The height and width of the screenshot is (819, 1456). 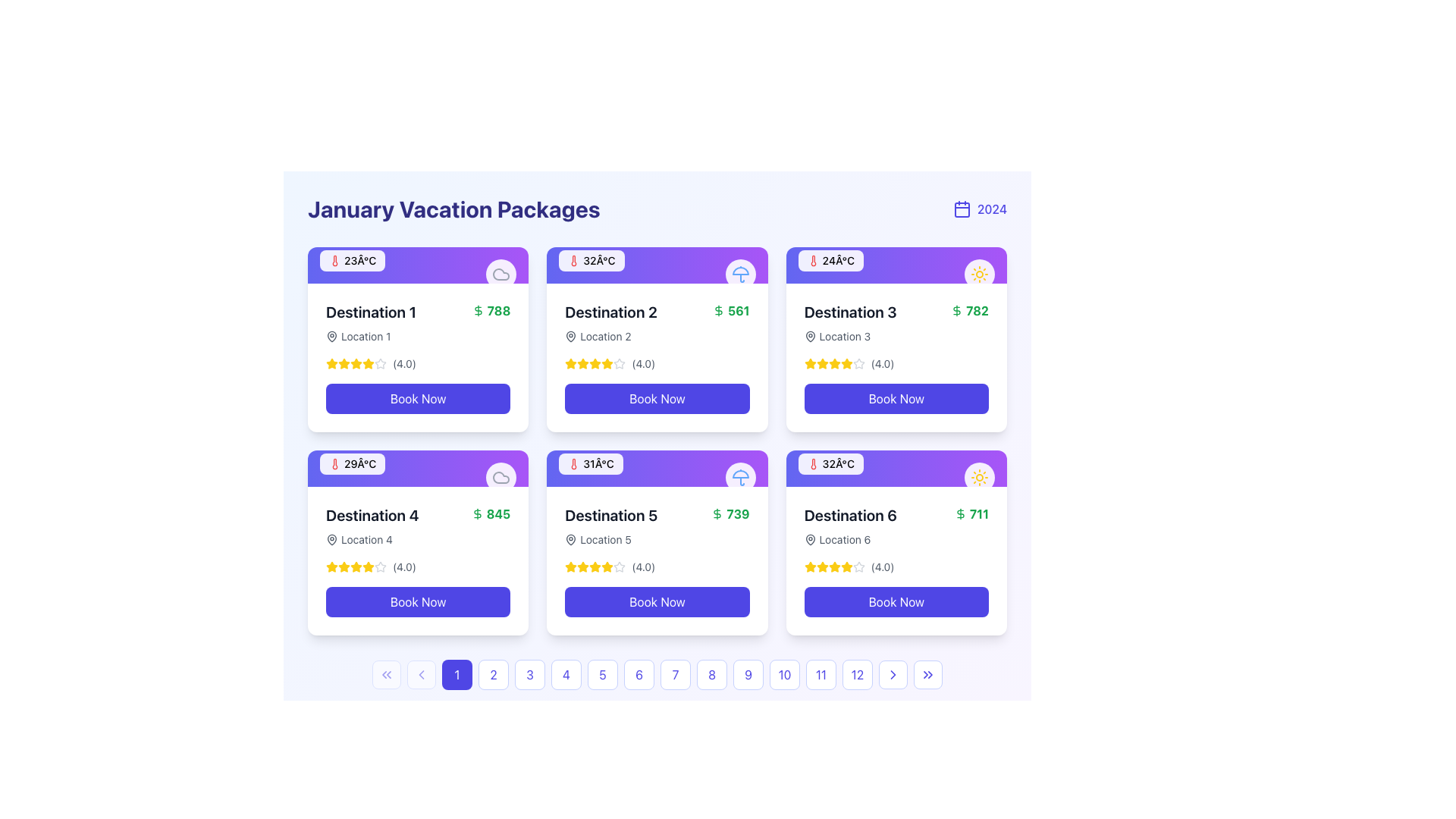 I want to click on the informational component displaying 'Destination 3' with the price '$782' in green, located in the third card of the first row in the grid layout, so click(x=896, y=322).